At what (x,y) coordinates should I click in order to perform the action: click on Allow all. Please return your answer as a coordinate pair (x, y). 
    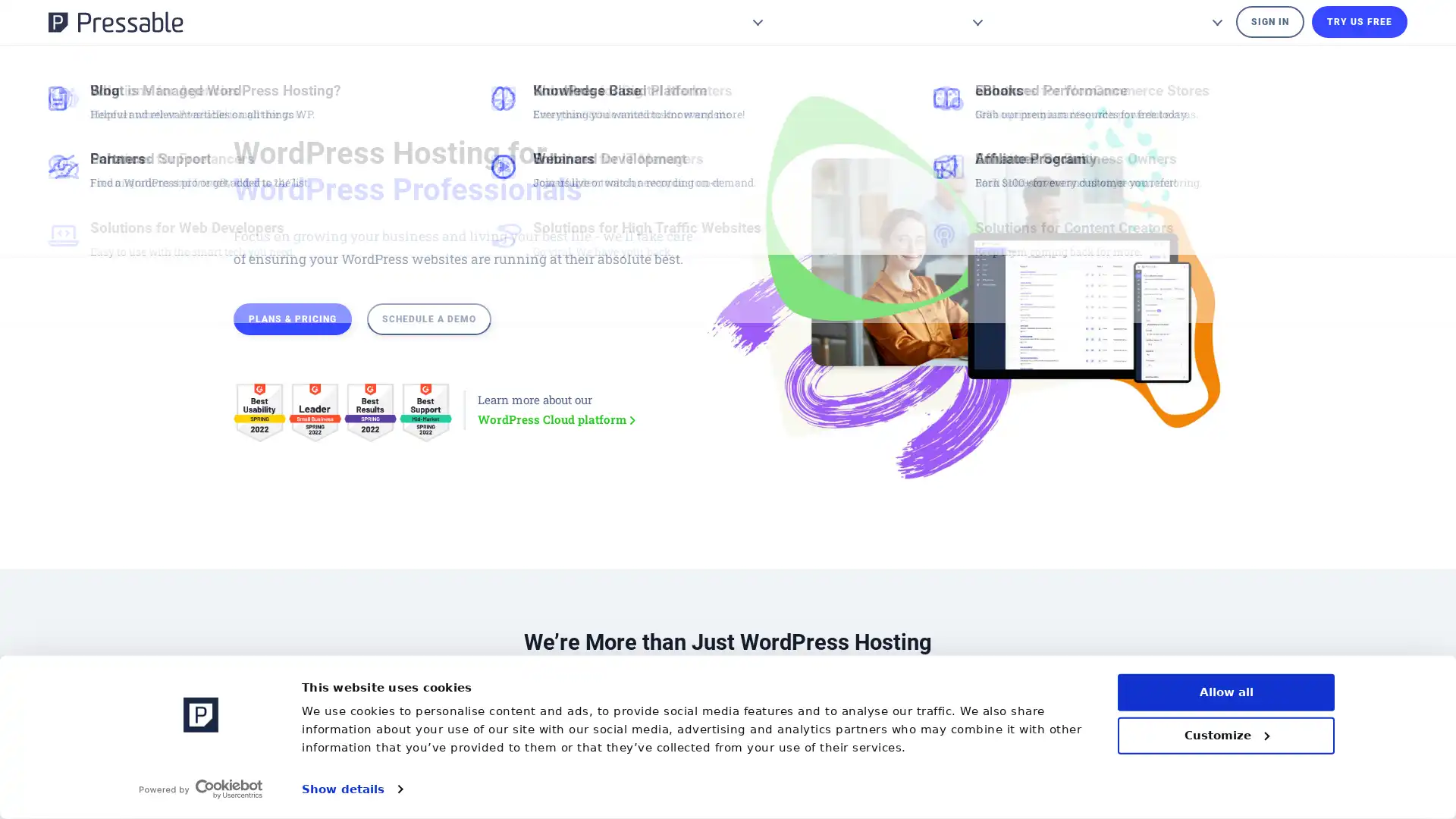
    Looking at the image, I should click on (1226, 692).